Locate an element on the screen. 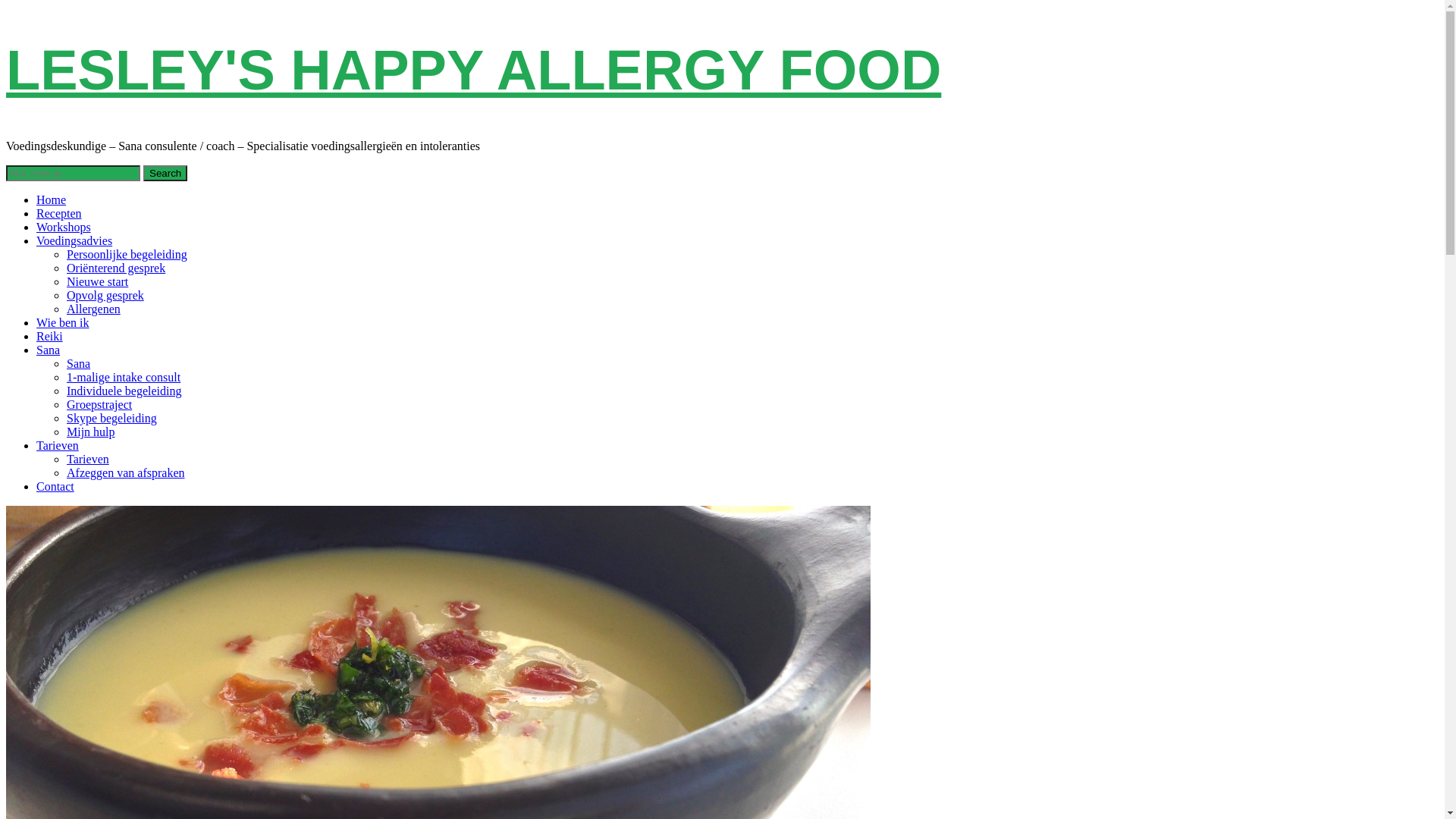 The width and height of the screenshot is (1456, 819). 'Individuele begeleiding' is located at coordinates (124, 390).